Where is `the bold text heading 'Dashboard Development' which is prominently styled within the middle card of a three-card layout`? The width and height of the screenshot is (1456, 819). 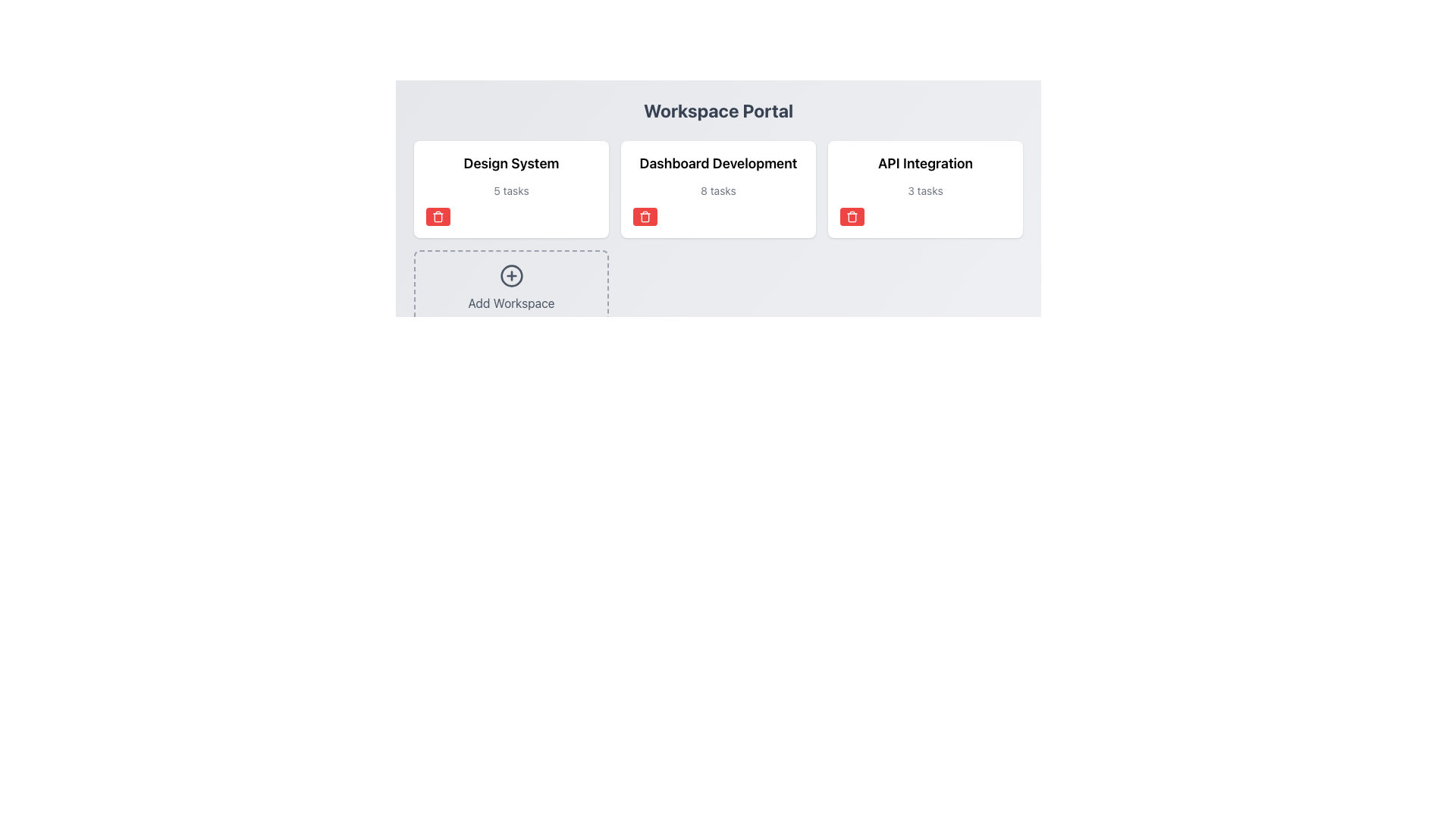 the bold text heading 'Dashboard Development' which is prominently styled within the middle card of a three-card layout is located at coordinates (717, 164).